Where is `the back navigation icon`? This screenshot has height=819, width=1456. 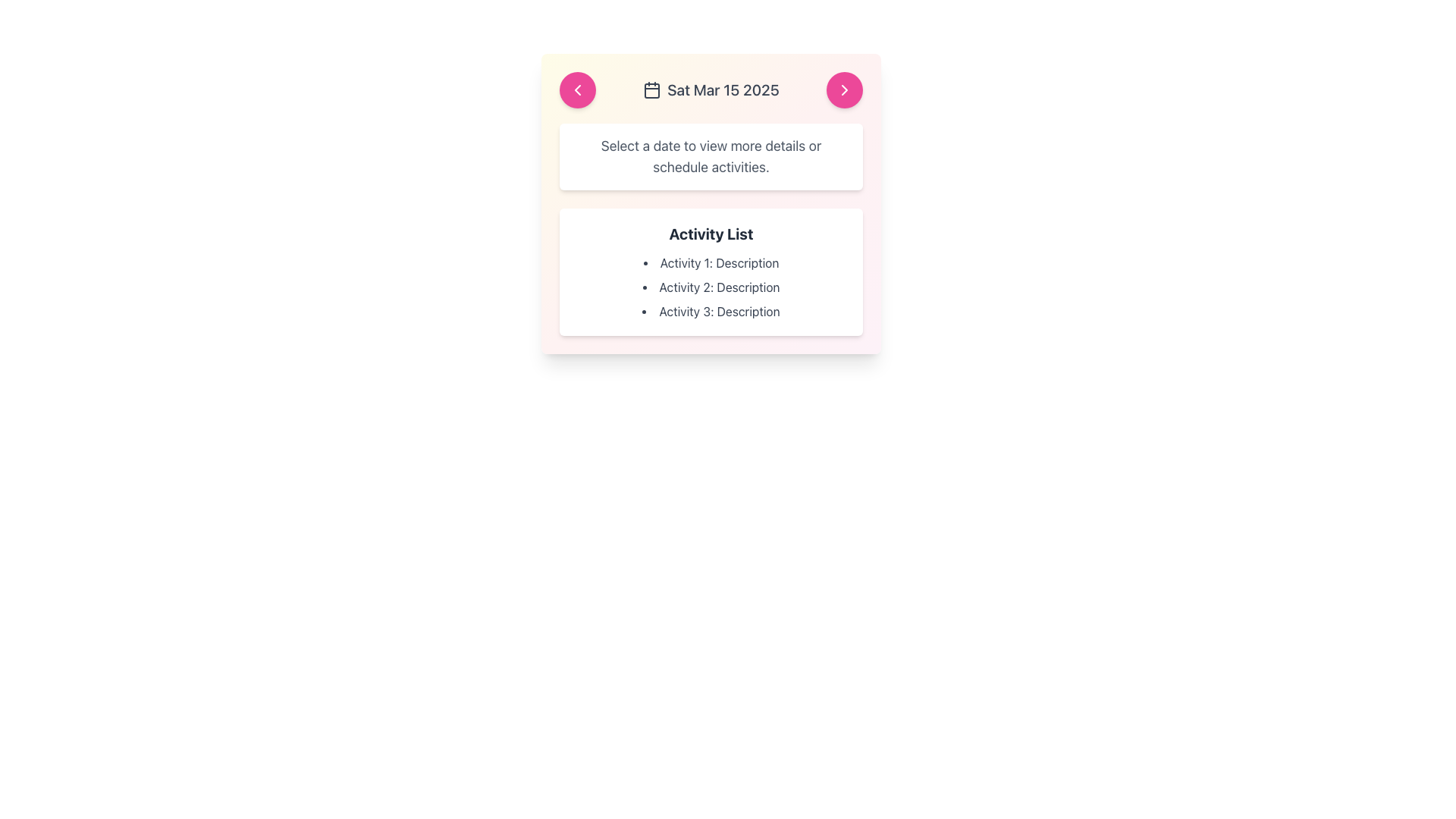 the back navigation icon is located at coordinates (577, 90).